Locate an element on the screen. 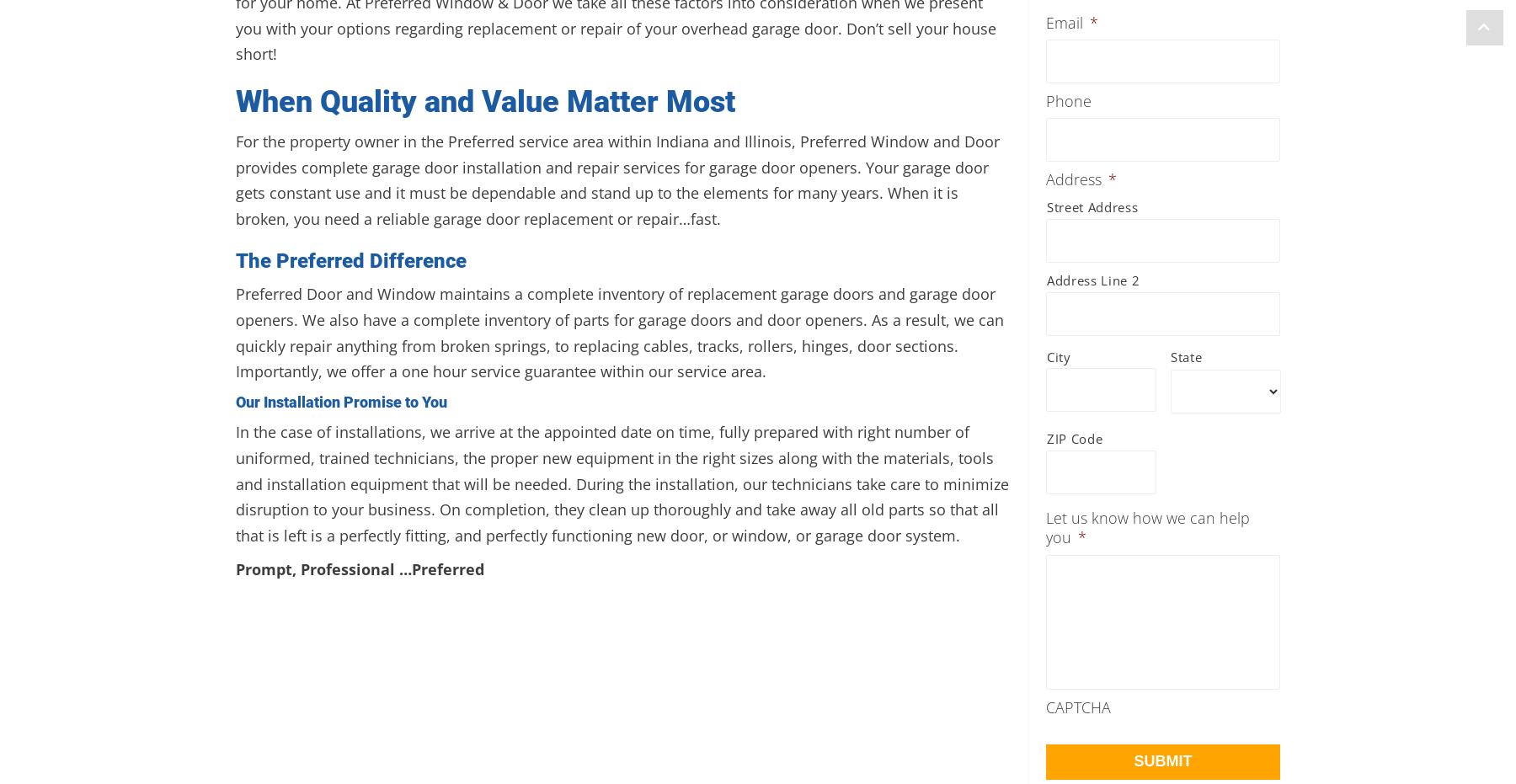  'For the property owner in the Preferred service area within Indiana and Illinois, Preferred Window and Door provides complete garage door installation and repair services for garage door openers. Your garage door gets constant use and it must be dependable and stand up to the elements for many years. When it is broken, you need a reliable garage door replacement or repair…fast.' is located at coordinates (617, 180).